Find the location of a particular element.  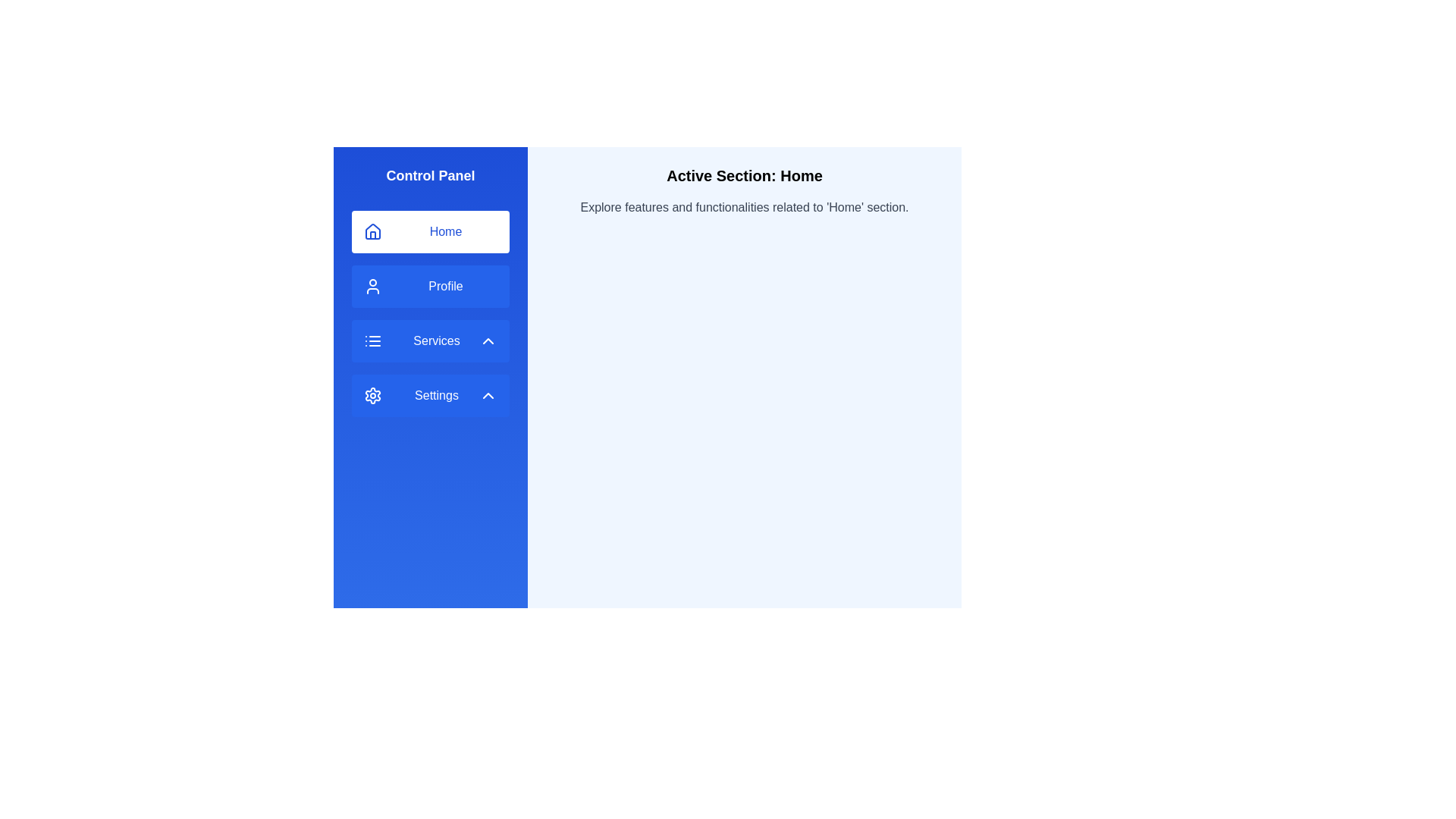

the 'Profile' button icon located in the left sidebar, which visually represents the user's profile section is located at coordinates (372, 287).